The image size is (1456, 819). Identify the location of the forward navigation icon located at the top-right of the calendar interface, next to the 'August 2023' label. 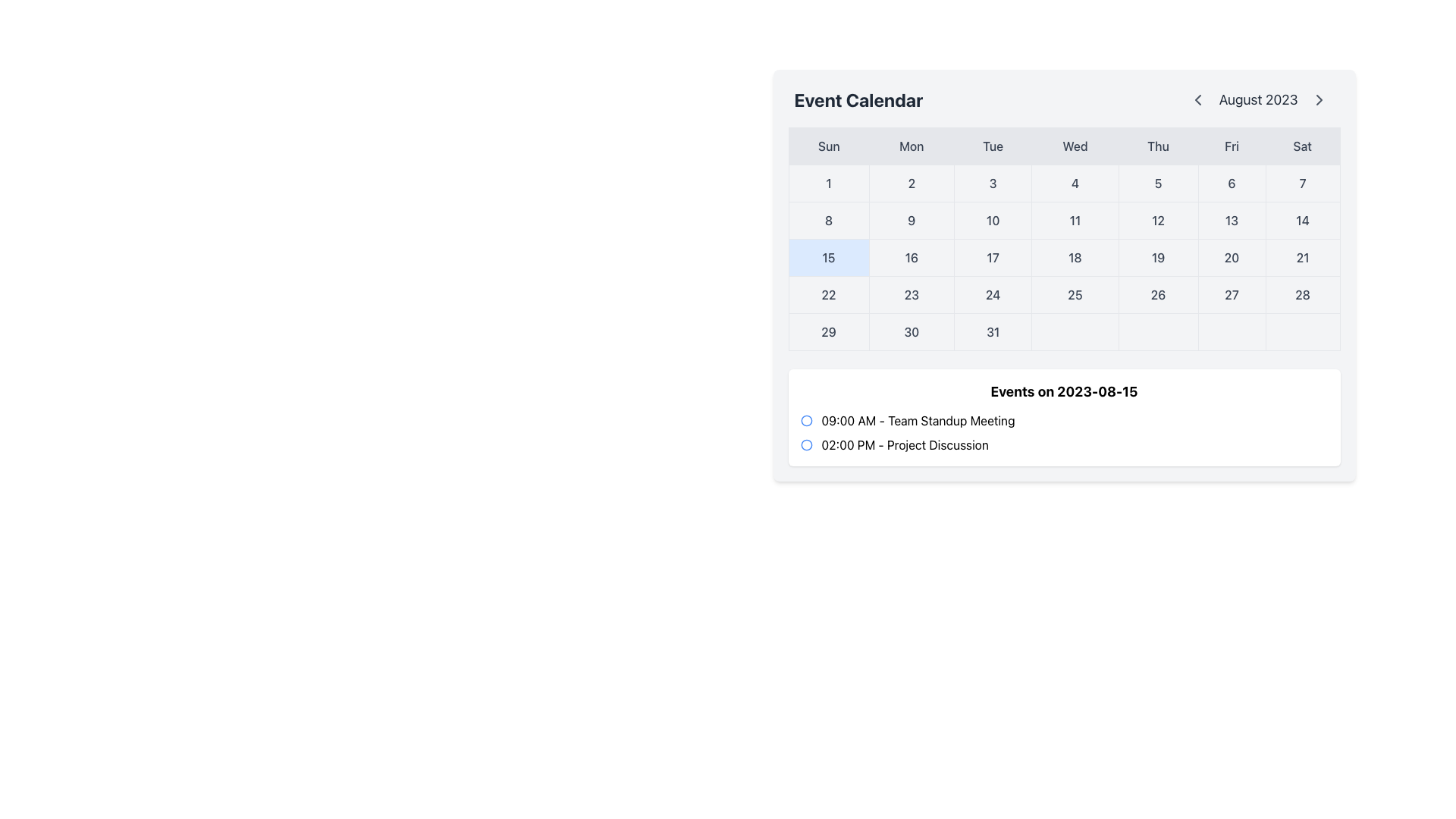
(1318, 99).